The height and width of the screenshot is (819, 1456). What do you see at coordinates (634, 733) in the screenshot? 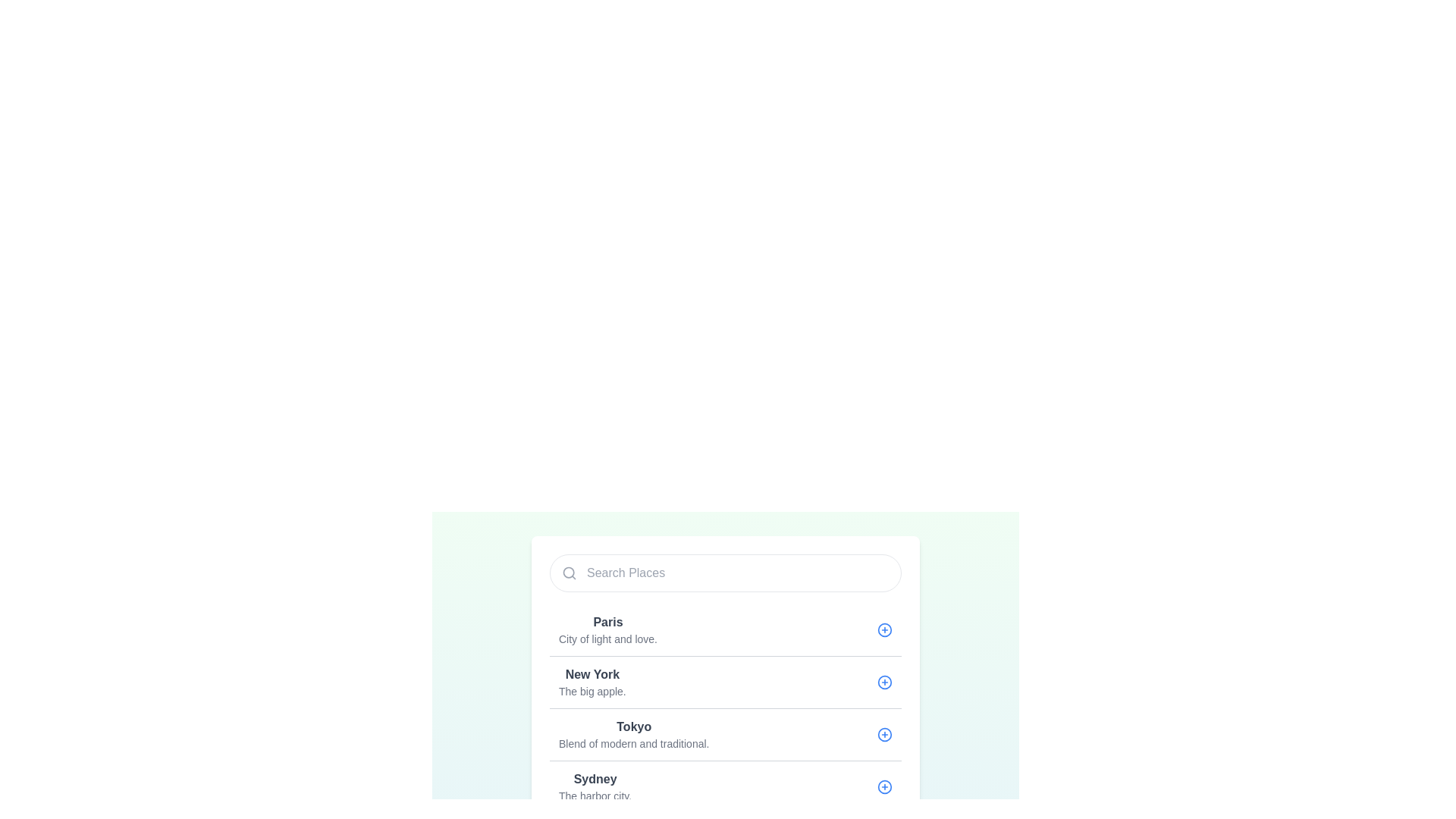
I see `the text content block that serves as the header and description for the city 'Tokyo', which is the third list item in the vertical list` at bounding box center [634, 733].